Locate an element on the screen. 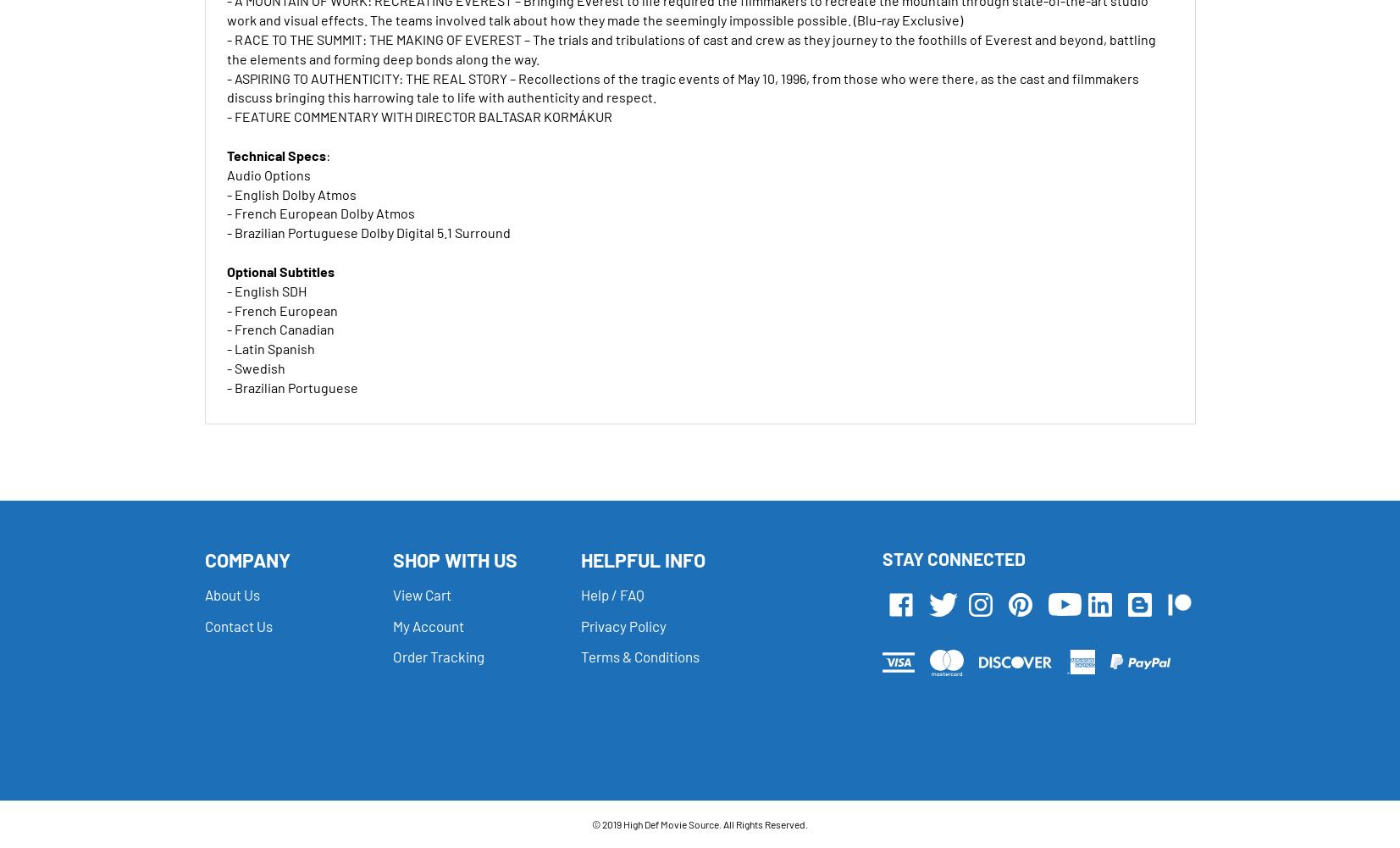 This screenshot has height=848, width=1400. 'My Account' is located at coordinates (391, 625).